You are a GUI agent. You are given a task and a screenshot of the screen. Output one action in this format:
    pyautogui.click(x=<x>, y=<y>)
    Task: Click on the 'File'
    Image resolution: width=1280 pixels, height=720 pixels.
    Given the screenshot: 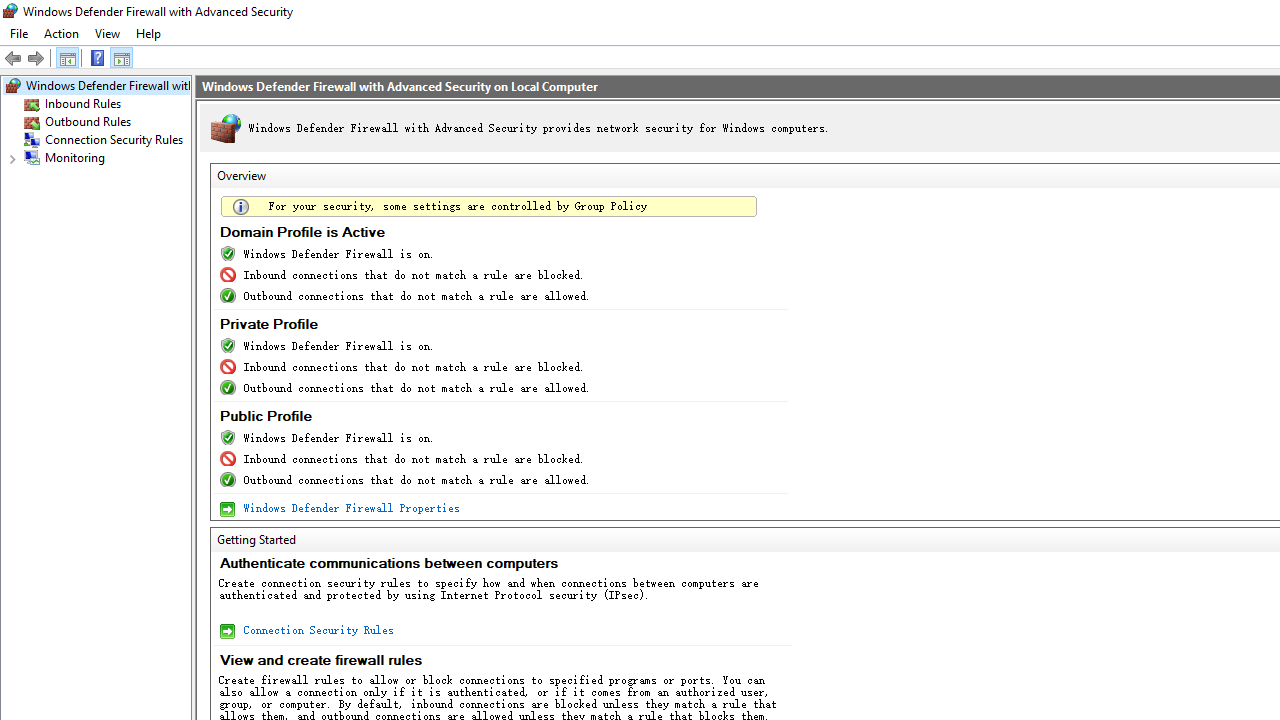 What is the action you would take?
    pyautogui.click(x=19, y=33)
    